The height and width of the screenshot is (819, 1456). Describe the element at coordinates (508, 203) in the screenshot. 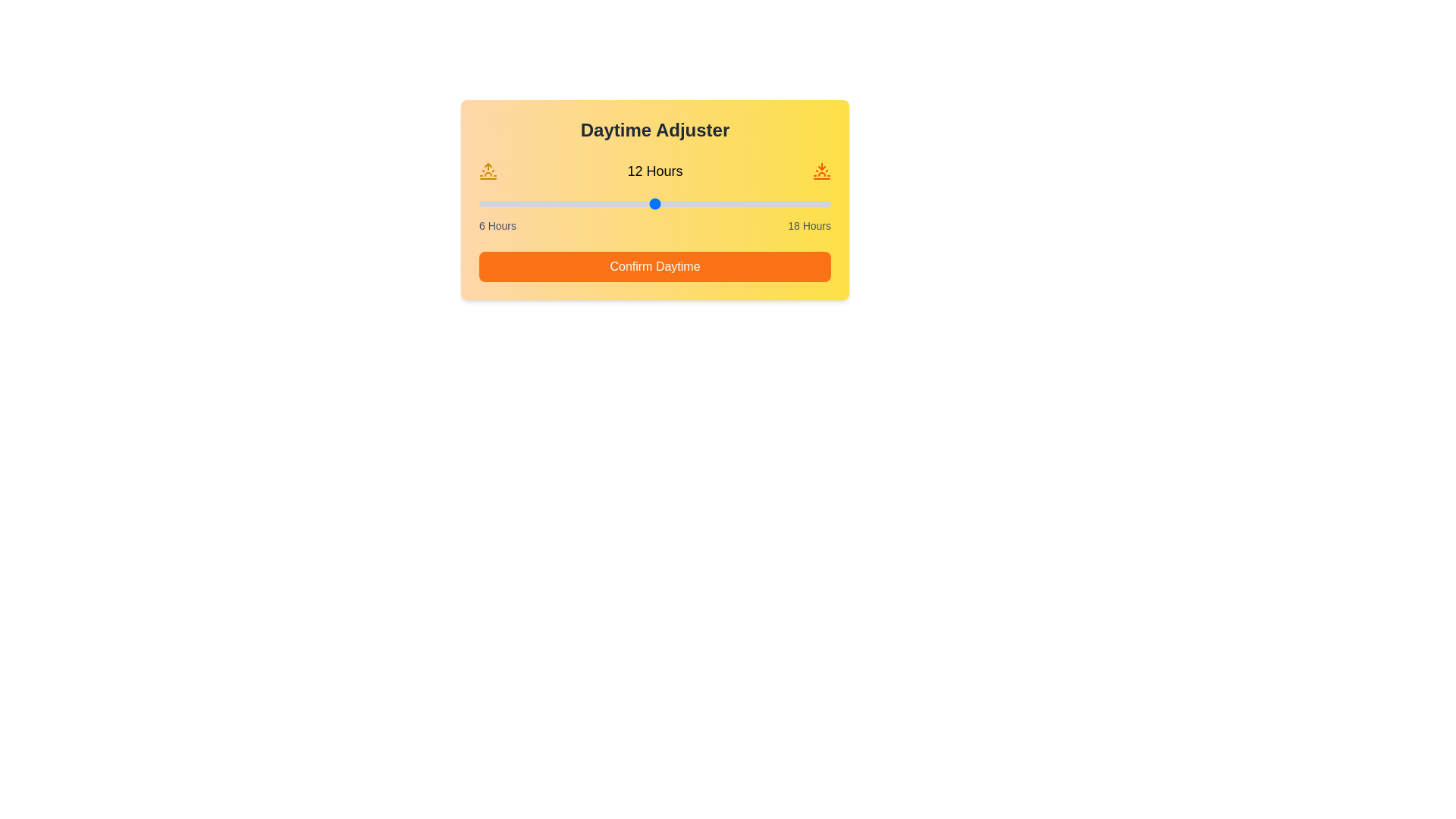

I see `the slider to set the daytime hours to 7` at that location.